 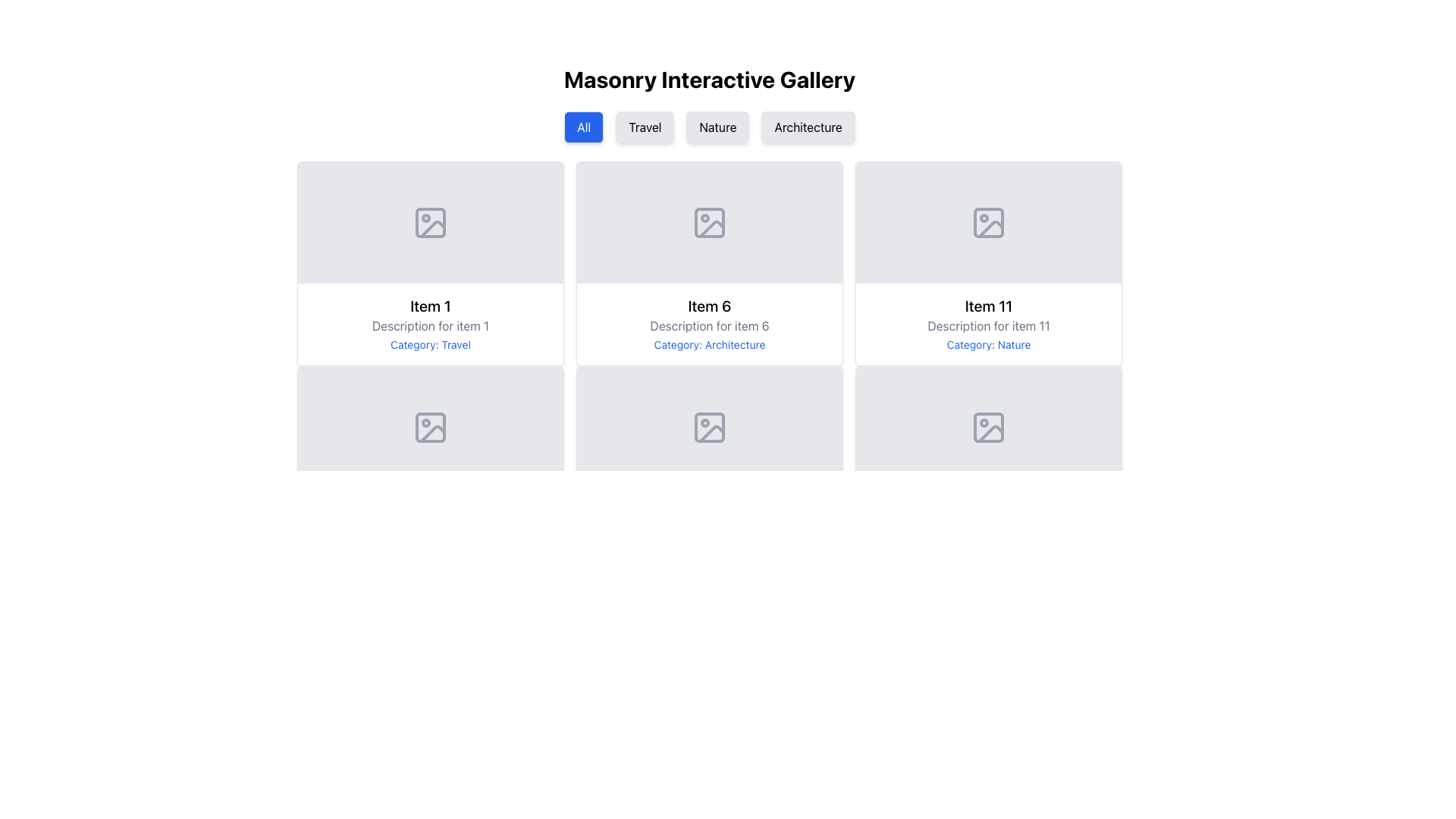 What do you see at coordinates (709, 325) in the screenshot?
I see `the textual element displaying 'Description for item 6' that is located in the center portion of the interface, beneath the title text 'Item 6' and above the category link 'Category: Architecture'` at bounding box center [709, 325].